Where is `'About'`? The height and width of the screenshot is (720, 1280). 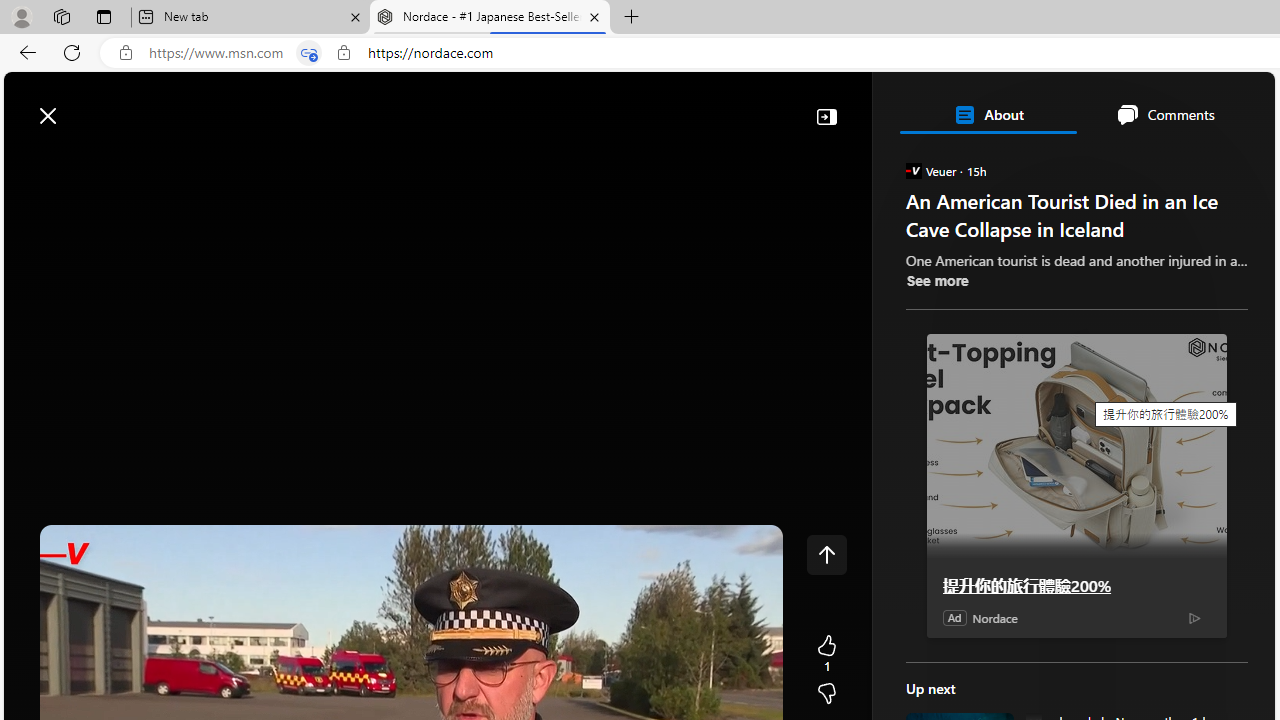 'About' is located at coordinates (987, 114).